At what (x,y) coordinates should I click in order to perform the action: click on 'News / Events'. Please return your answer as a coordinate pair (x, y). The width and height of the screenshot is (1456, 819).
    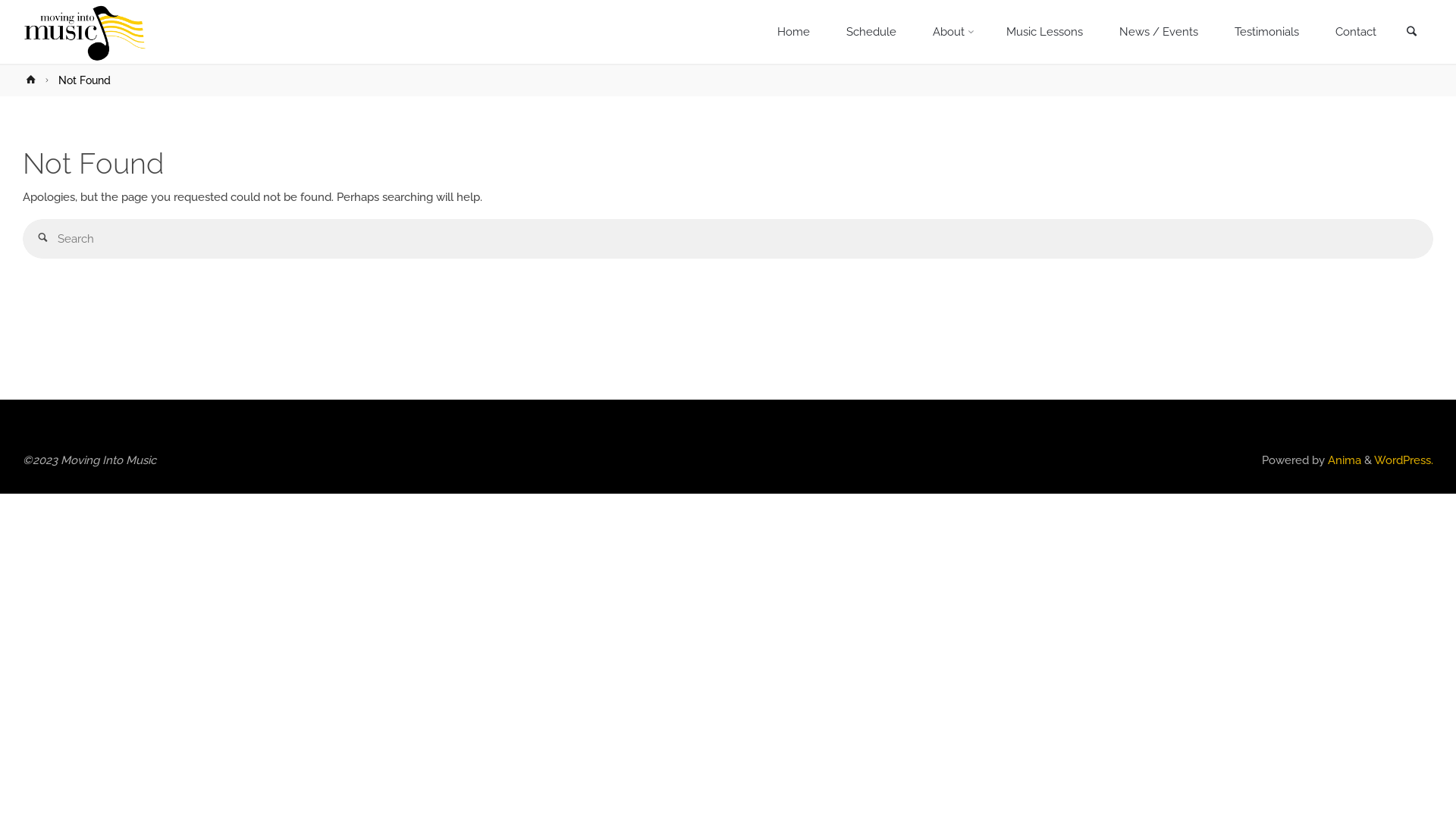
    Looking at the image, I should click on (1157, 32).